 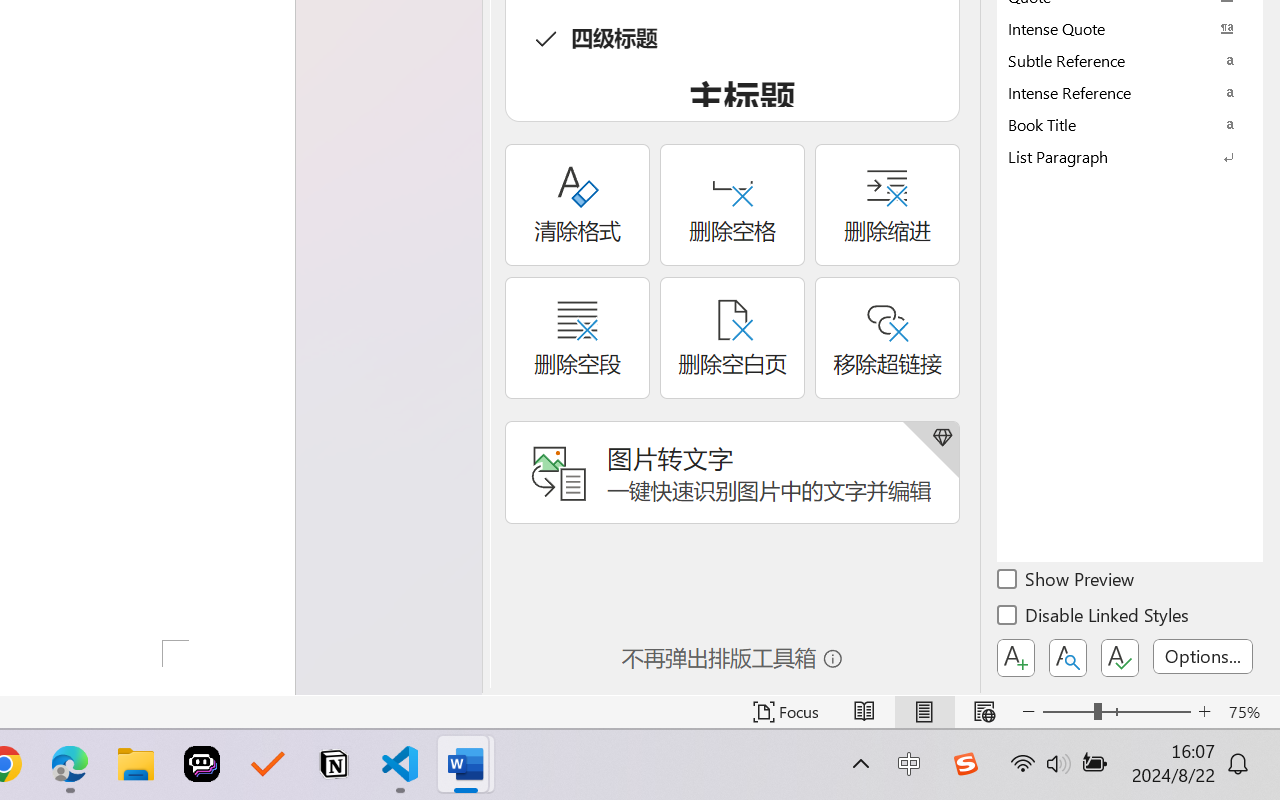 What do you see at coordinates (984, 711) in the screenshot?
I see `'Web Layout'` at bounding box center [984, 711].